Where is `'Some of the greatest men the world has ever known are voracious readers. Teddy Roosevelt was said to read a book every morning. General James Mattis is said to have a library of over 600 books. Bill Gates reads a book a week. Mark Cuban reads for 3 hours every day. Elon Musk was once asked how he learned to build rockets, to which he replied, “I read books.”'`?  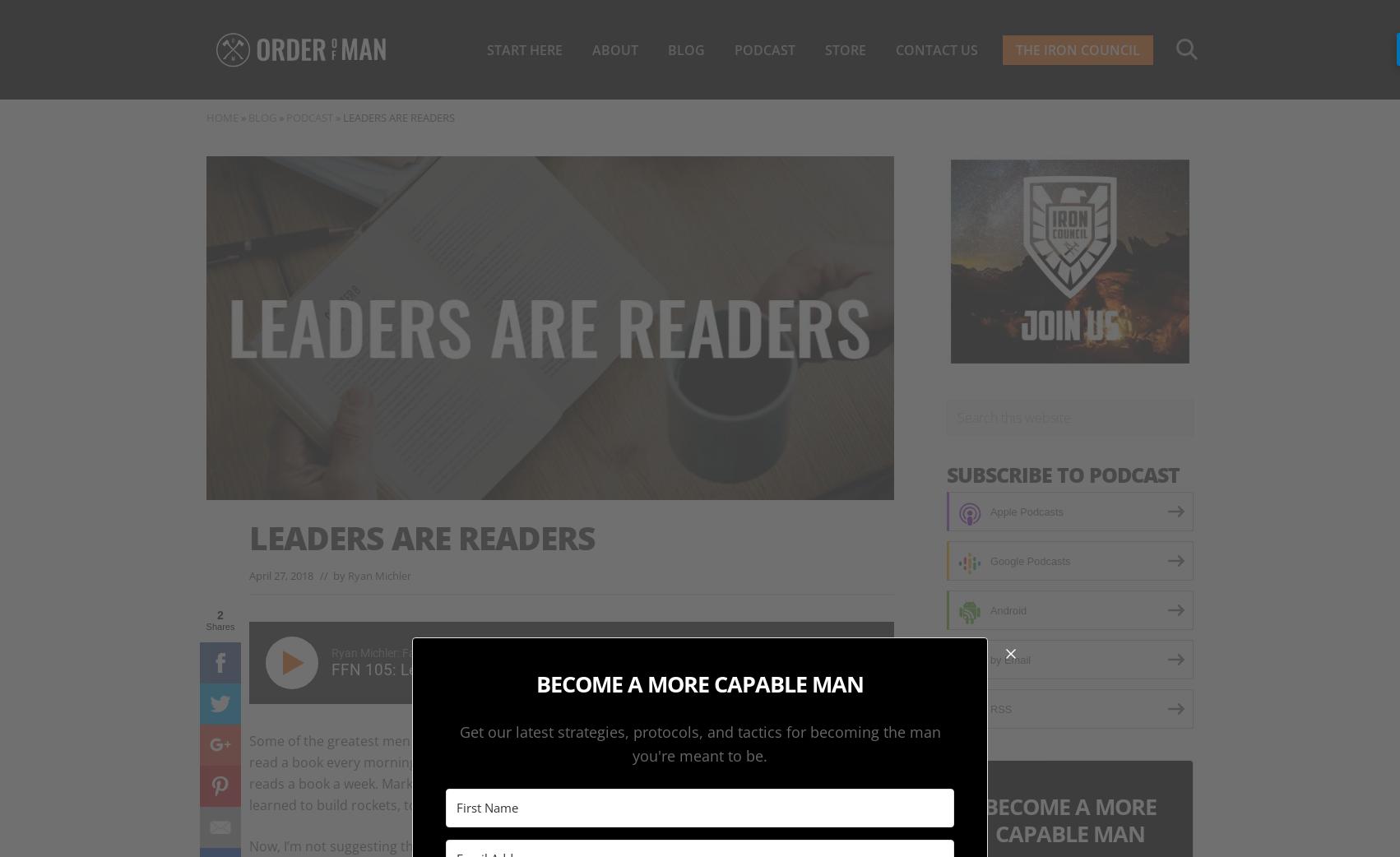 'Some of the greatest men the world has ever known are voracious readers. Teddy Roosevelt was said to read a book every morning. General James Mattis is said to have a library of over 600 books. Bill Gates reads a book a week. Mark Cuban reads for 3 hours every day. Elon Musk was once asked how he learned to build rockets, to which he replied, “I read books.”' is located at coordinates (248, 771).